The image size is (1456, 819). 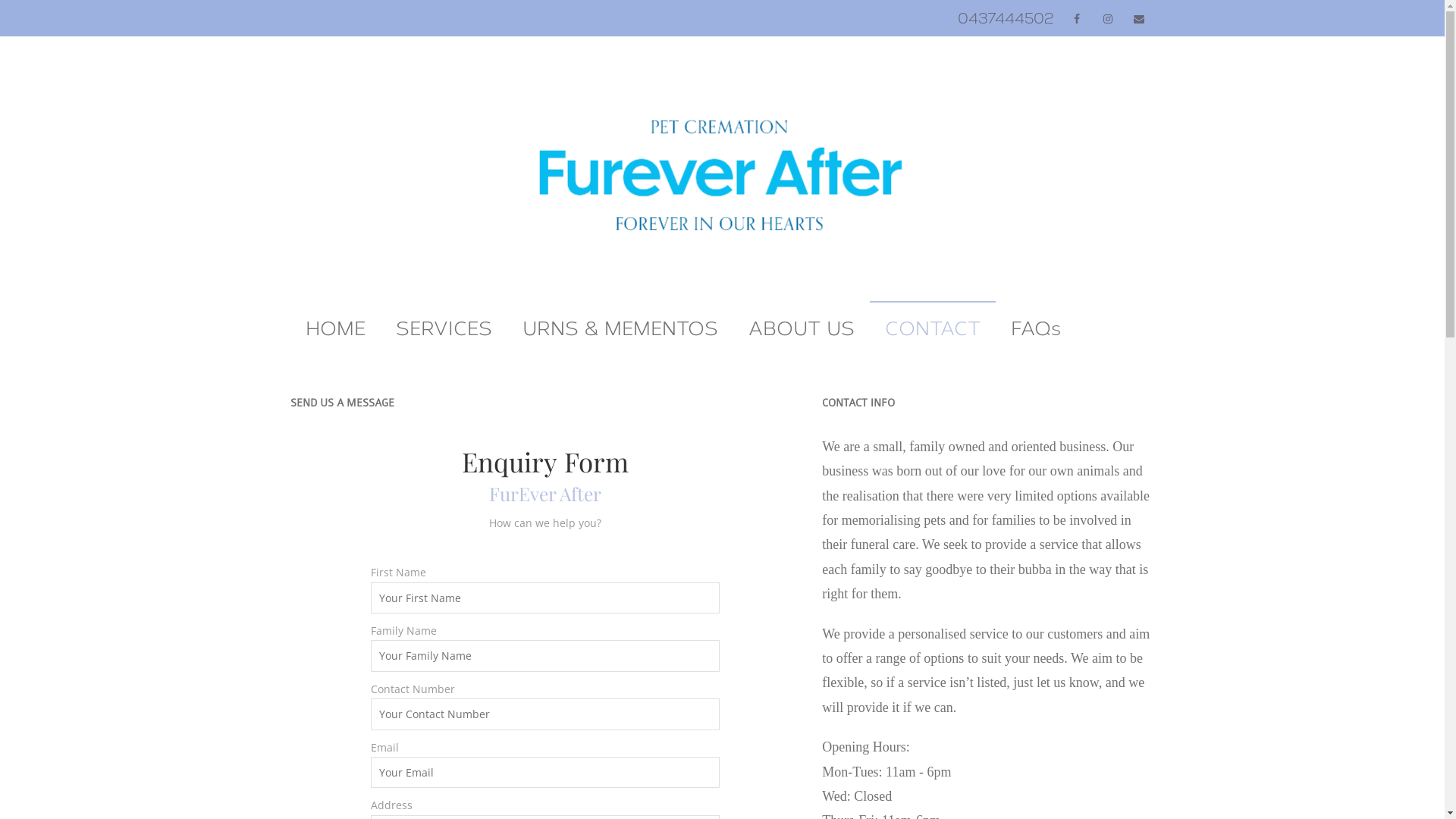 What do you see at coordinates (381, 328) in the screenshot?
I see `'SERVICES'` at bounding box center [381, 328].